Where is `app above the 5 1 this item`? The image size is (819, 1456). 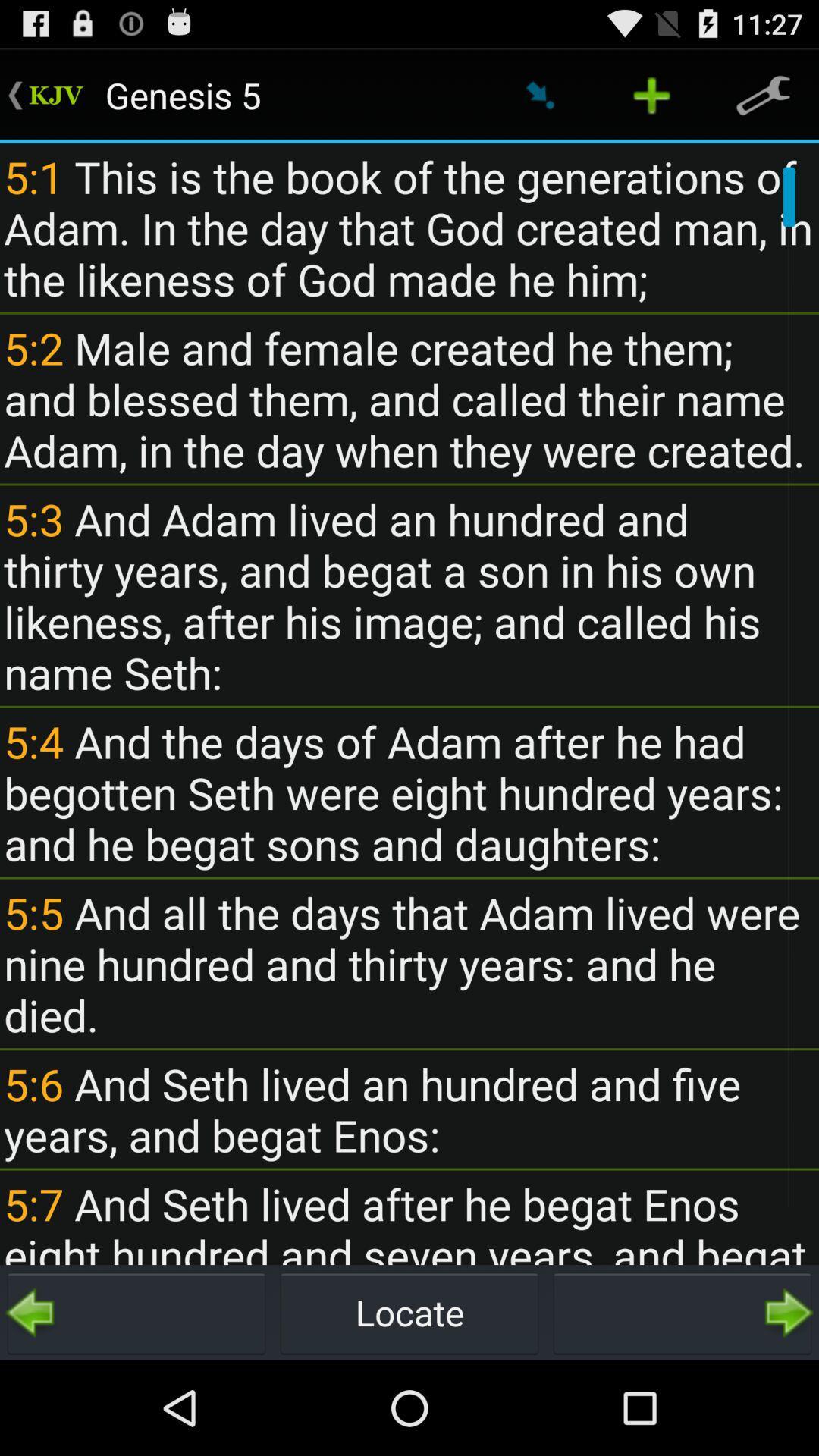
app above the 5 1 this item is located at coordinates (651, 94).